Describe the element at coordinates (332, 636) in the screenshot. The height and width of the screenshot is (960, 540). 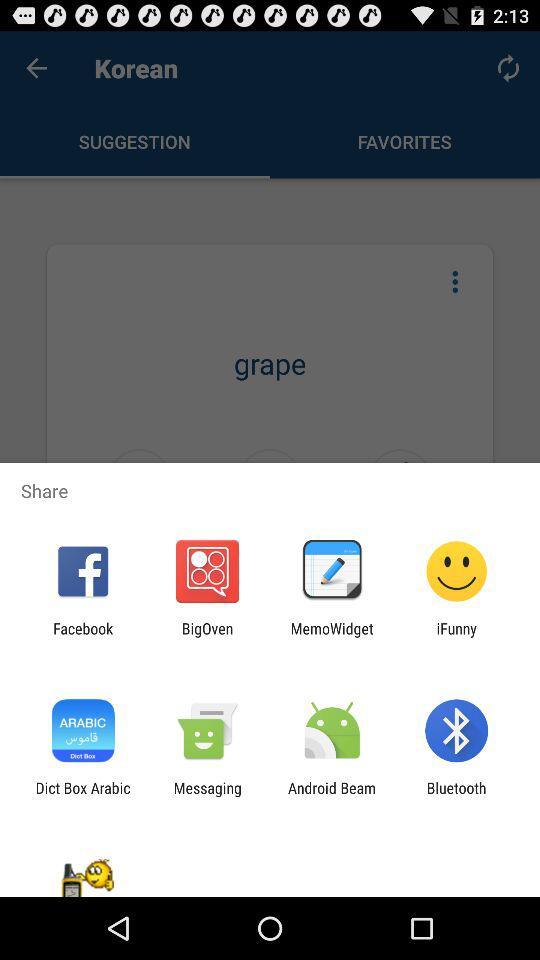
I see `item next to the bigoven app` at that location.